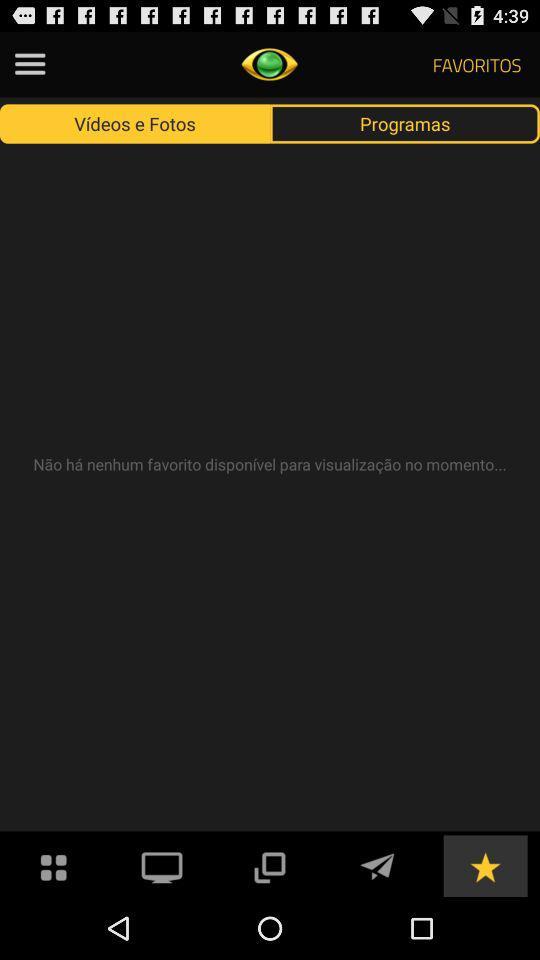 This screenshot has height=960, width=540. Describe the element at coordinates (135, 122) in the screenshot. I see `the item to the left of programas icon` at that location.